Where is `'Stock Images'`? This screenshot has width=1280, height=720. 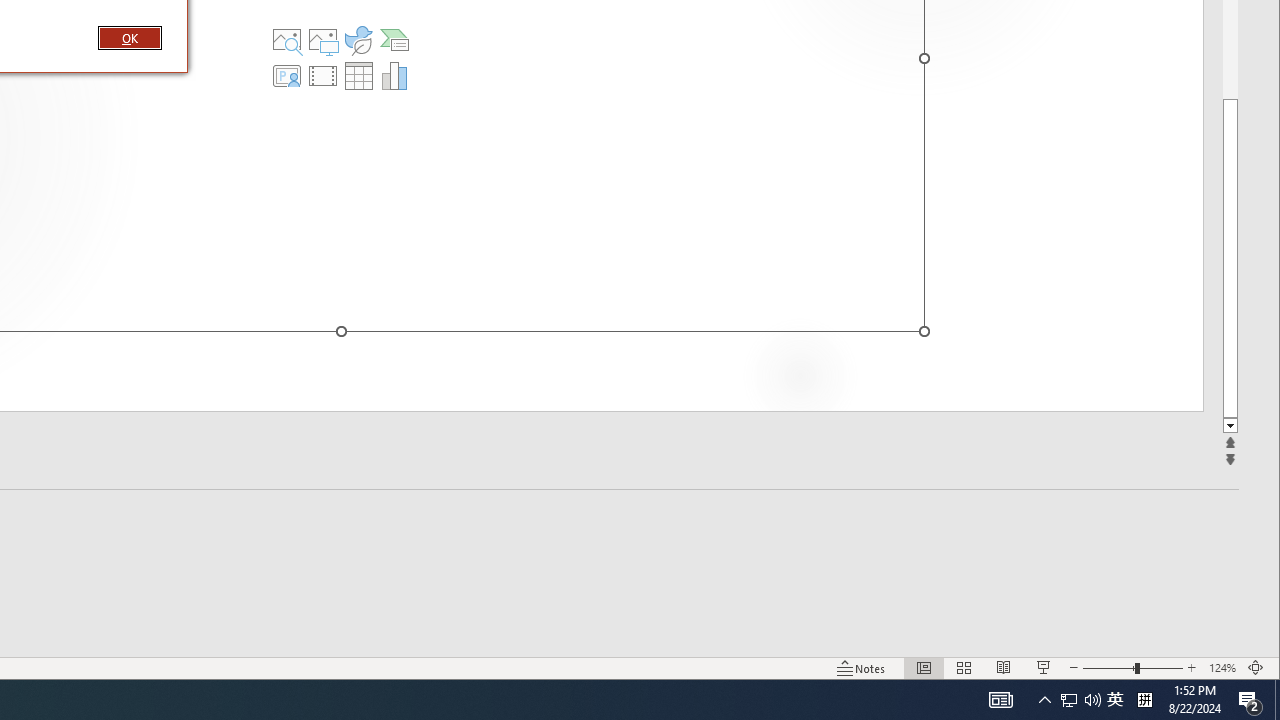 'Stock Images' is located at coordinates (286, 39).